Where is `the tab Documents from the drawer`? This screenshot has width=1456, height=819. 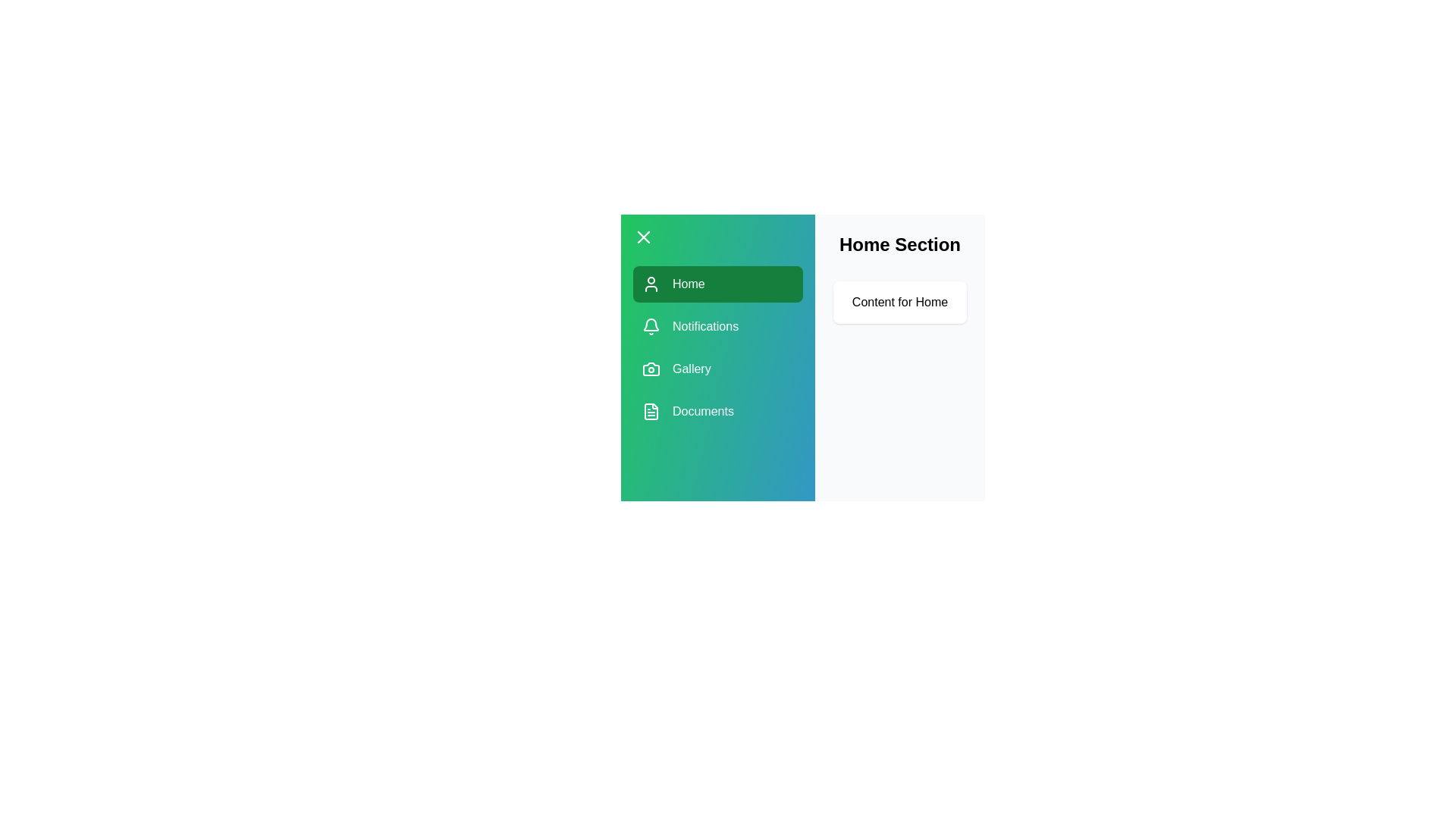 the tab Documents from the drawer is located at coordinates (717, 412).